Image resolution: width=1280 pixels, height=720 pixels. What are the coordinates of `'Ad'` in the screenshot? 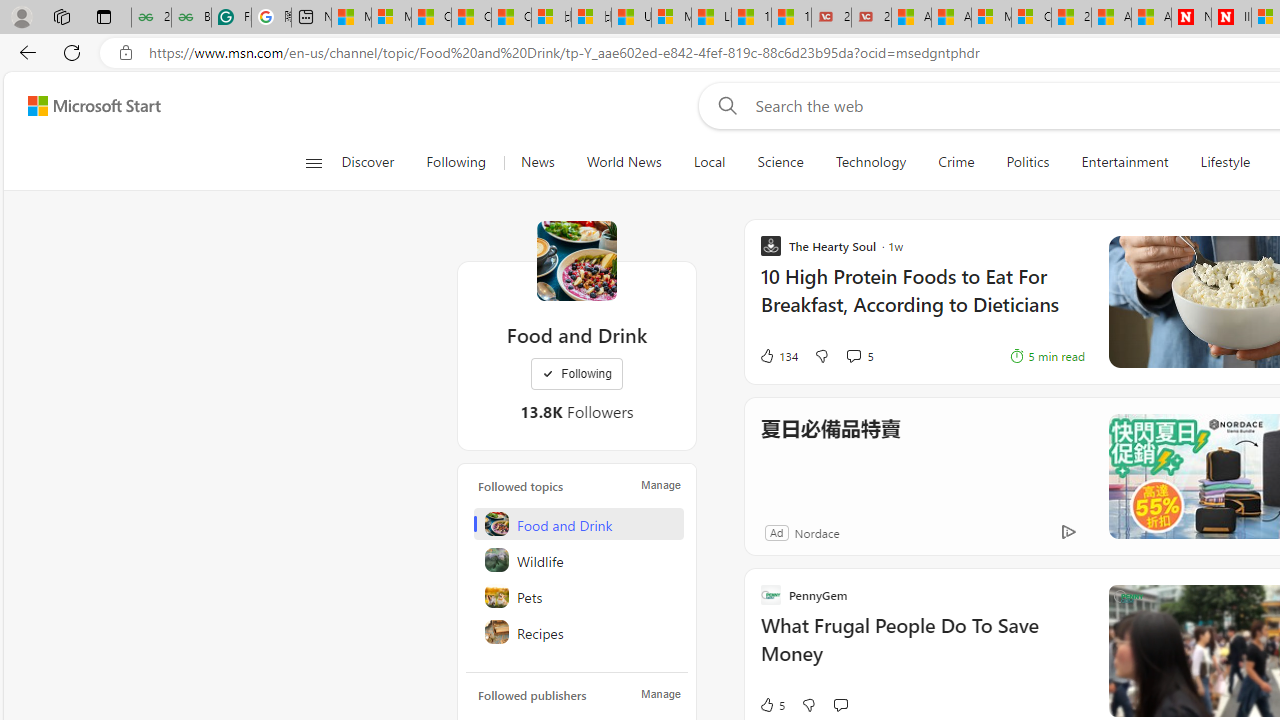 It's located at (775, 531).